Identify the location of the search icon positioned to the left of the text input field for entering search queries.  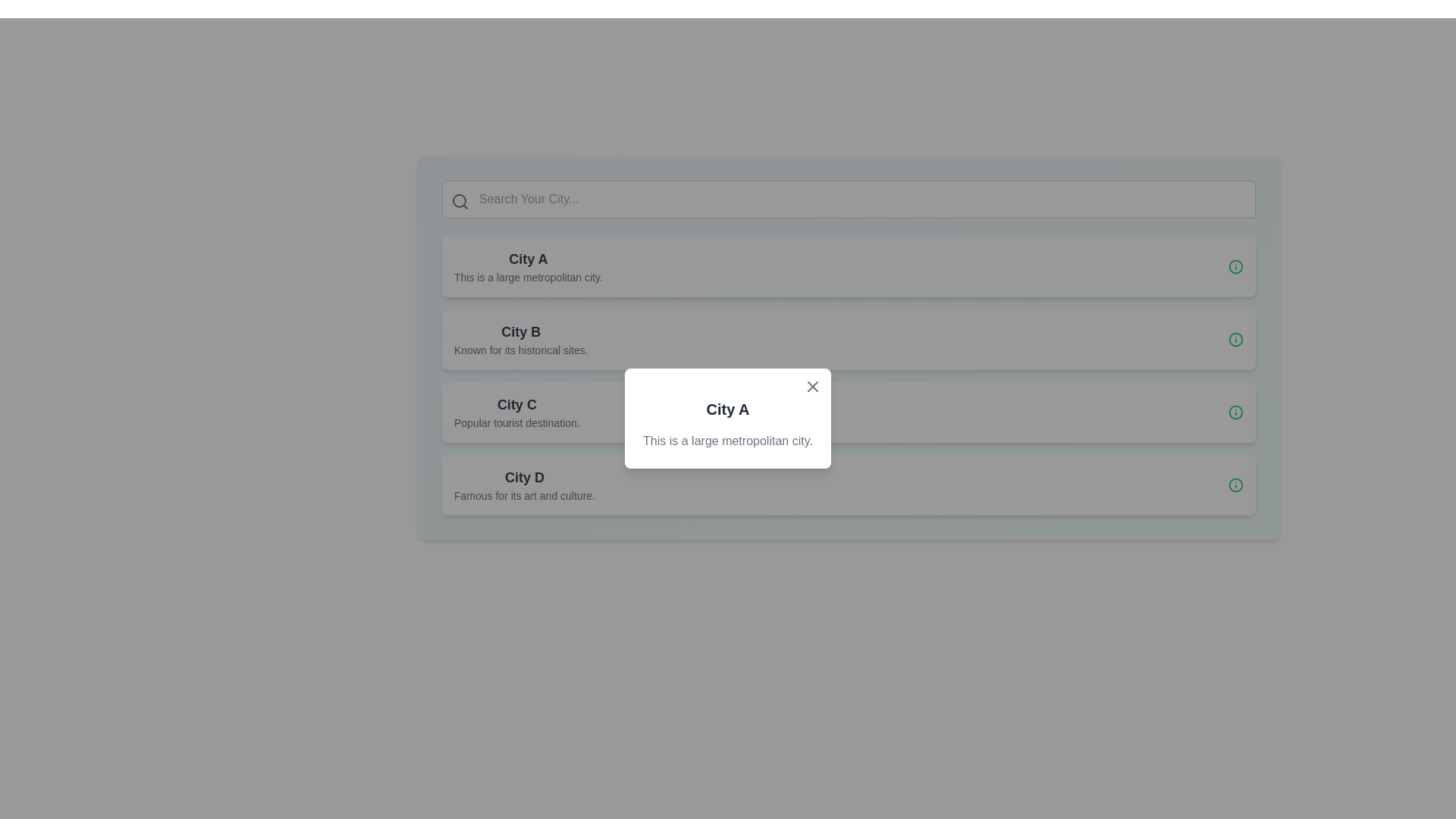
(459, 201).